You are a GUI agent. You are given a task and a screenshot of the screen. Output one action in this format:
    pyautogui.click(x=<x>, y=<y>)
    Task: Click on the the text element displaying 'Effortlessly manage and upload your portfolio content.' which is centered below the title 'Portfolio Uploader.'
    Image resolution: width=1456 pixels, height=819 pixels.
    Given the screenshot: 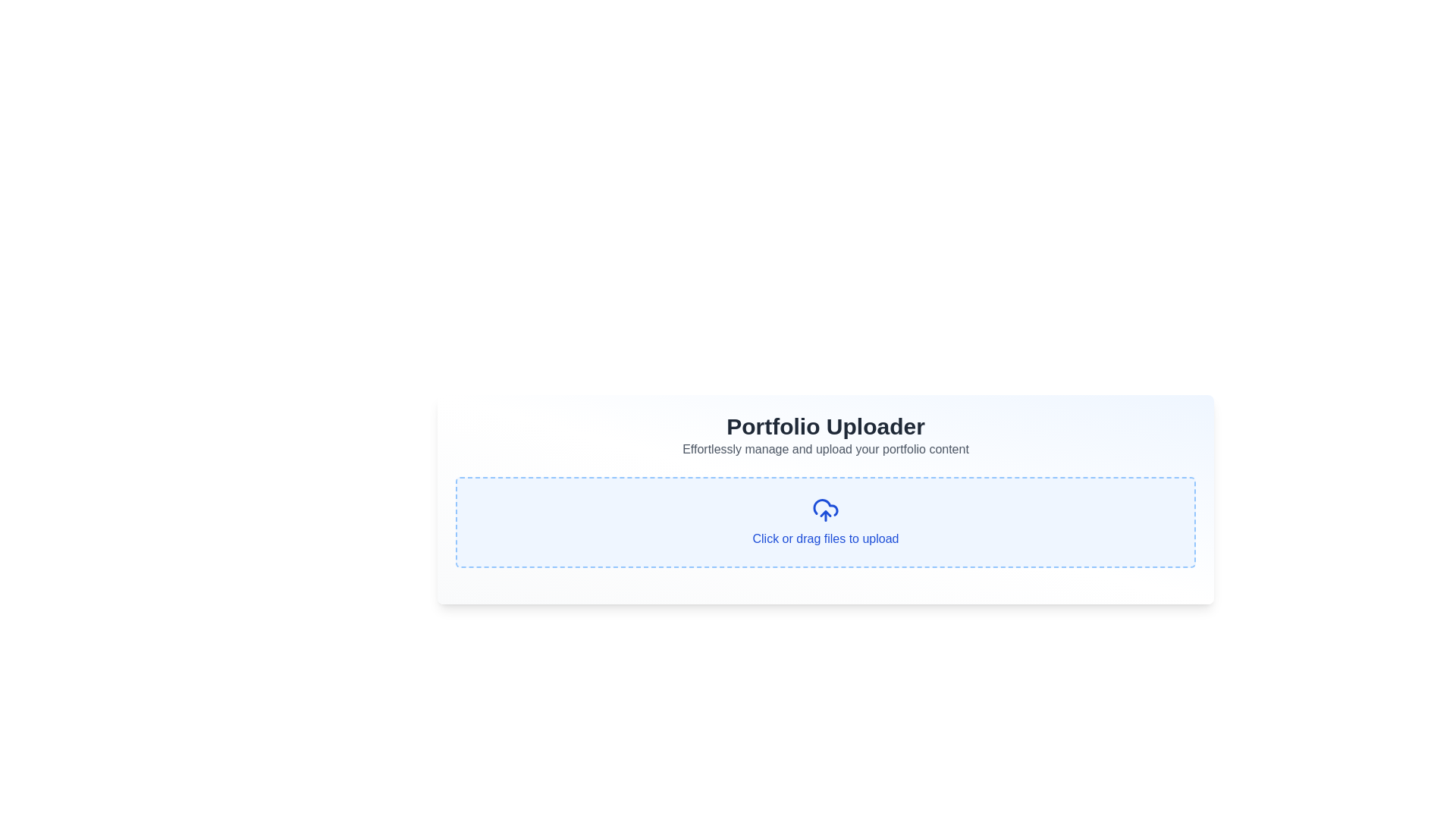 What is the action you would take?
    pyautogui.click(x=825, y=449)
    